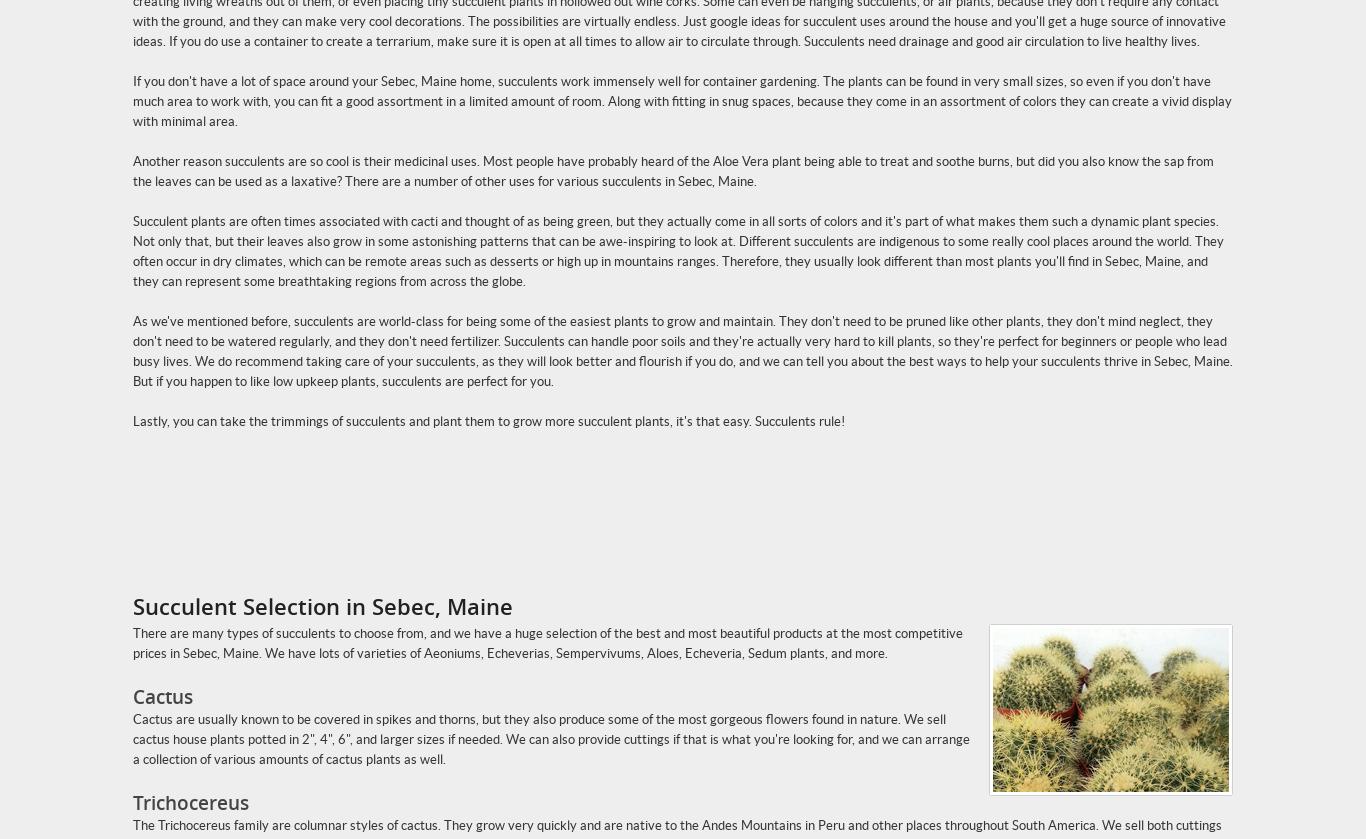  What do you see at coordinates (548, 642) in the screenshot?
I see `'There are many types of succulents to choose from, and we have a huge selection of the best and most beautiful products at the most competitive prices in Sebec, Maine. We have lots of varieties of Aeoniums, Echeverias, Sempervivums, Aloes, Echeveria, Sedum plants, and more.'` at bounding box center [548, 642].